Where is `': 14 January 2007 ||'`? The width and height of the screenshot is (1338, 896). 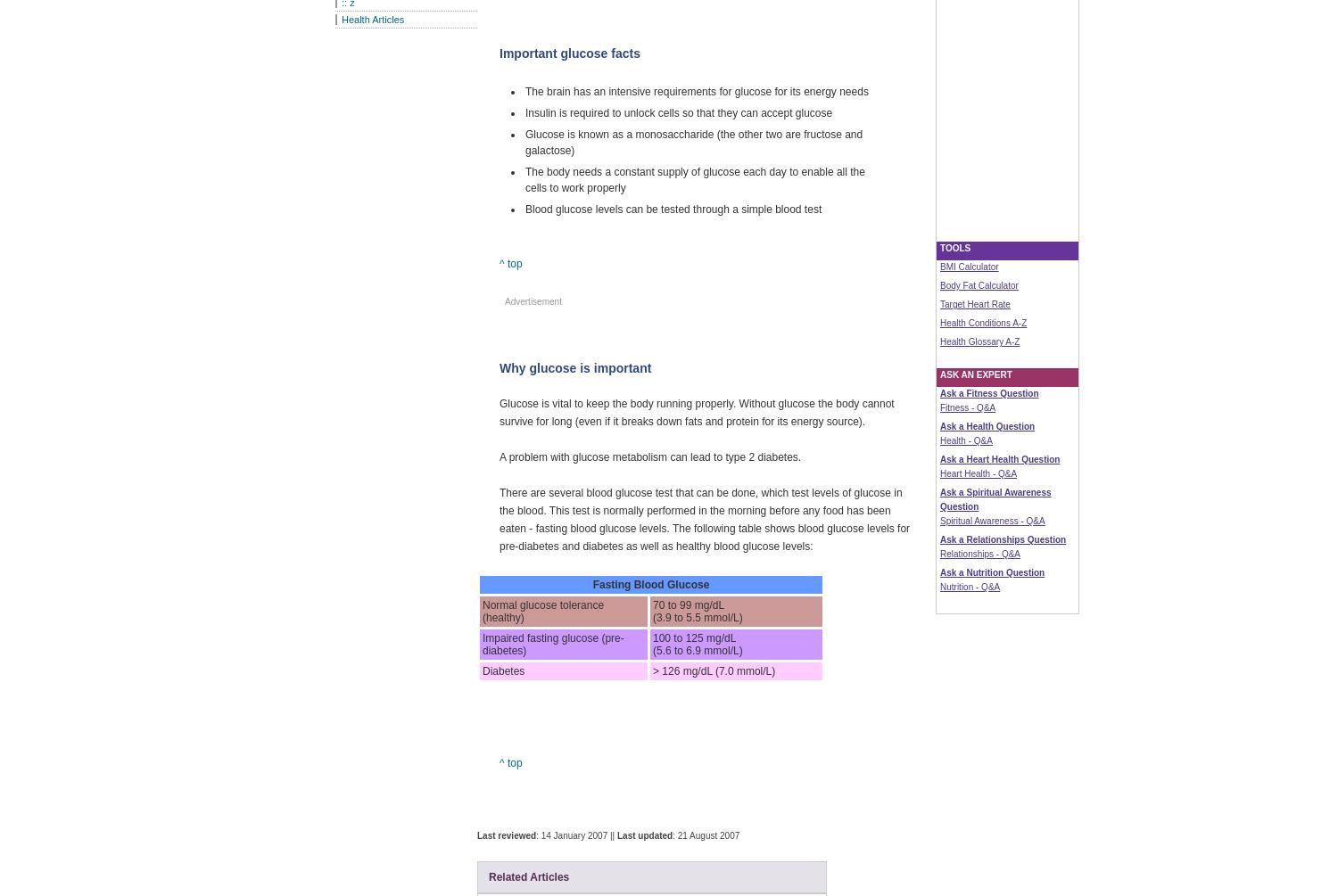 ': 14 January 2007 ||' is located at coordinates (576, 834).